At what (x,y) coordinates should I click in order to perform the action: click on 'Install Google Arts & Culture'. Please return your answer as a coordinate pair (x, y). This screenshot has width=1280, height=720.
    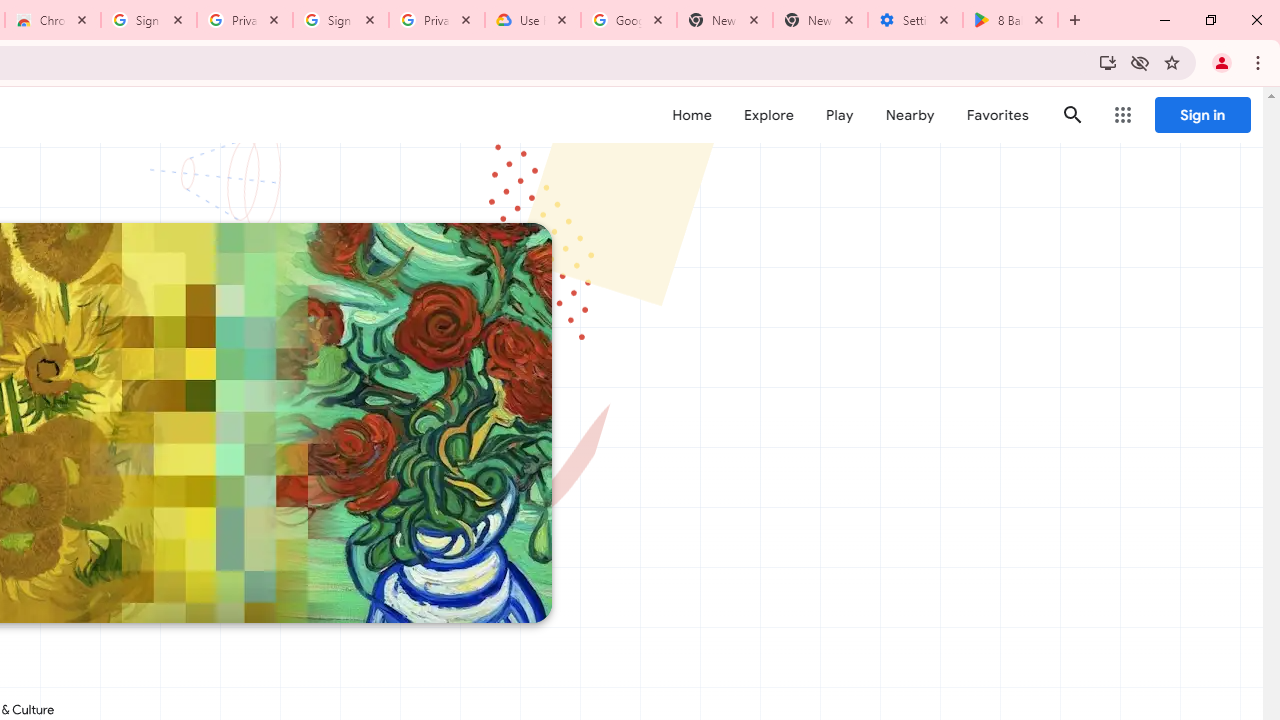
    Looking at the image, I should click on (1106, 61).